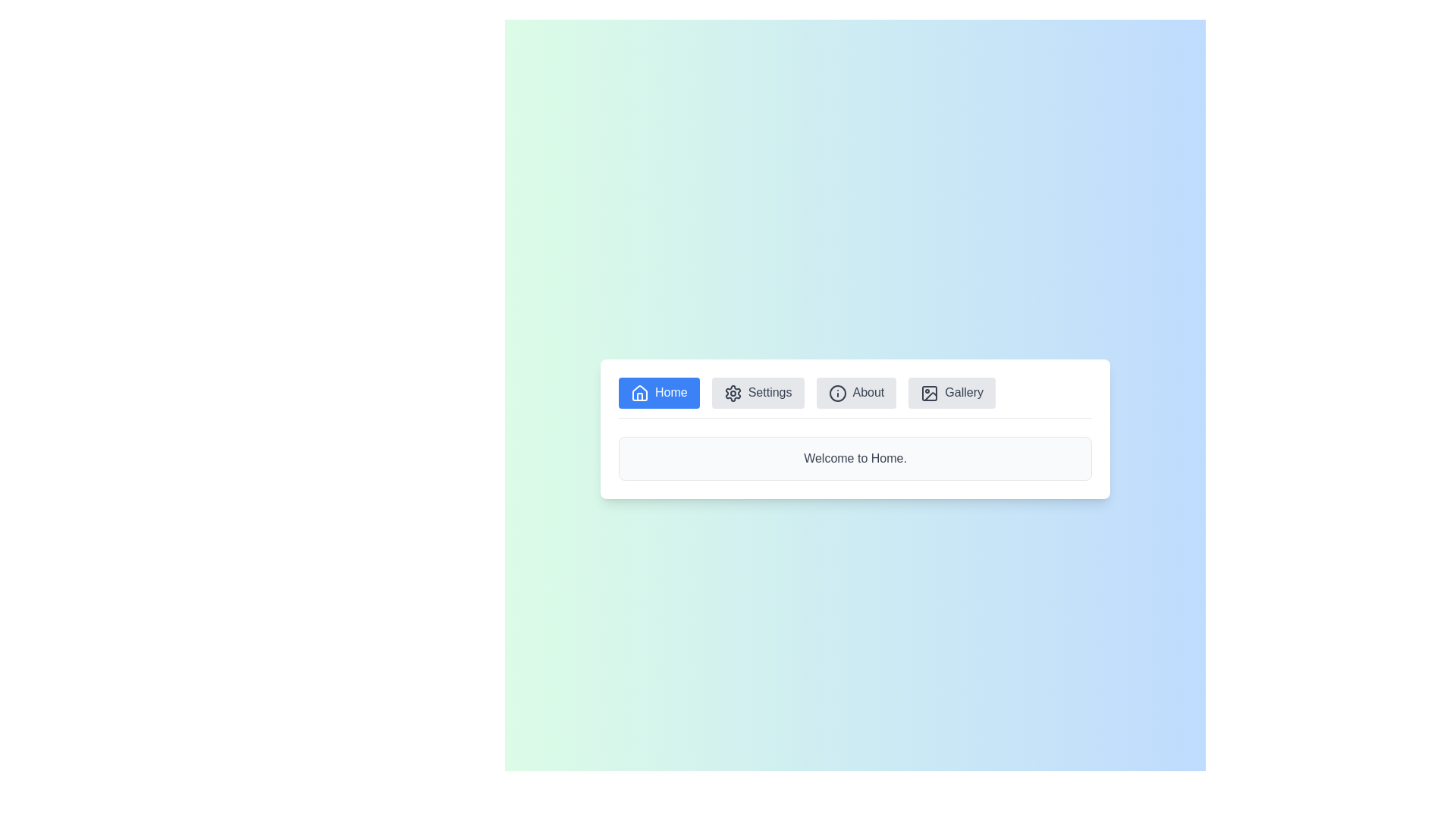 Image resolution: width=1456 pixels, height=819 pixels. Describe the element at coordinates (951, 392) in the screenshot. I see `the menu item button labeled Gallery to view its content` at that location.